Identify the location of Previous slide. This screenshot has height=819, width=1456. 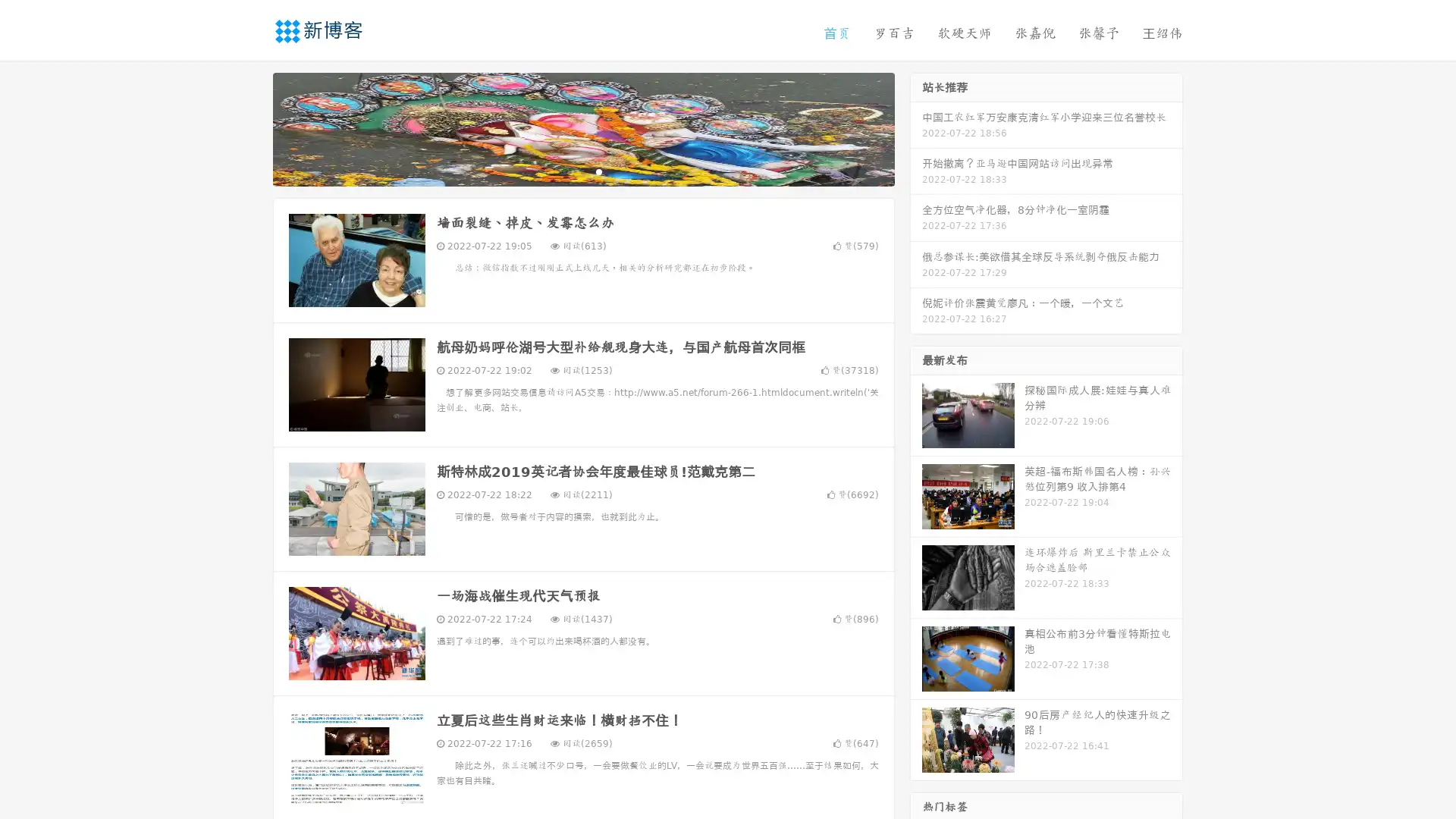
(250, 127).